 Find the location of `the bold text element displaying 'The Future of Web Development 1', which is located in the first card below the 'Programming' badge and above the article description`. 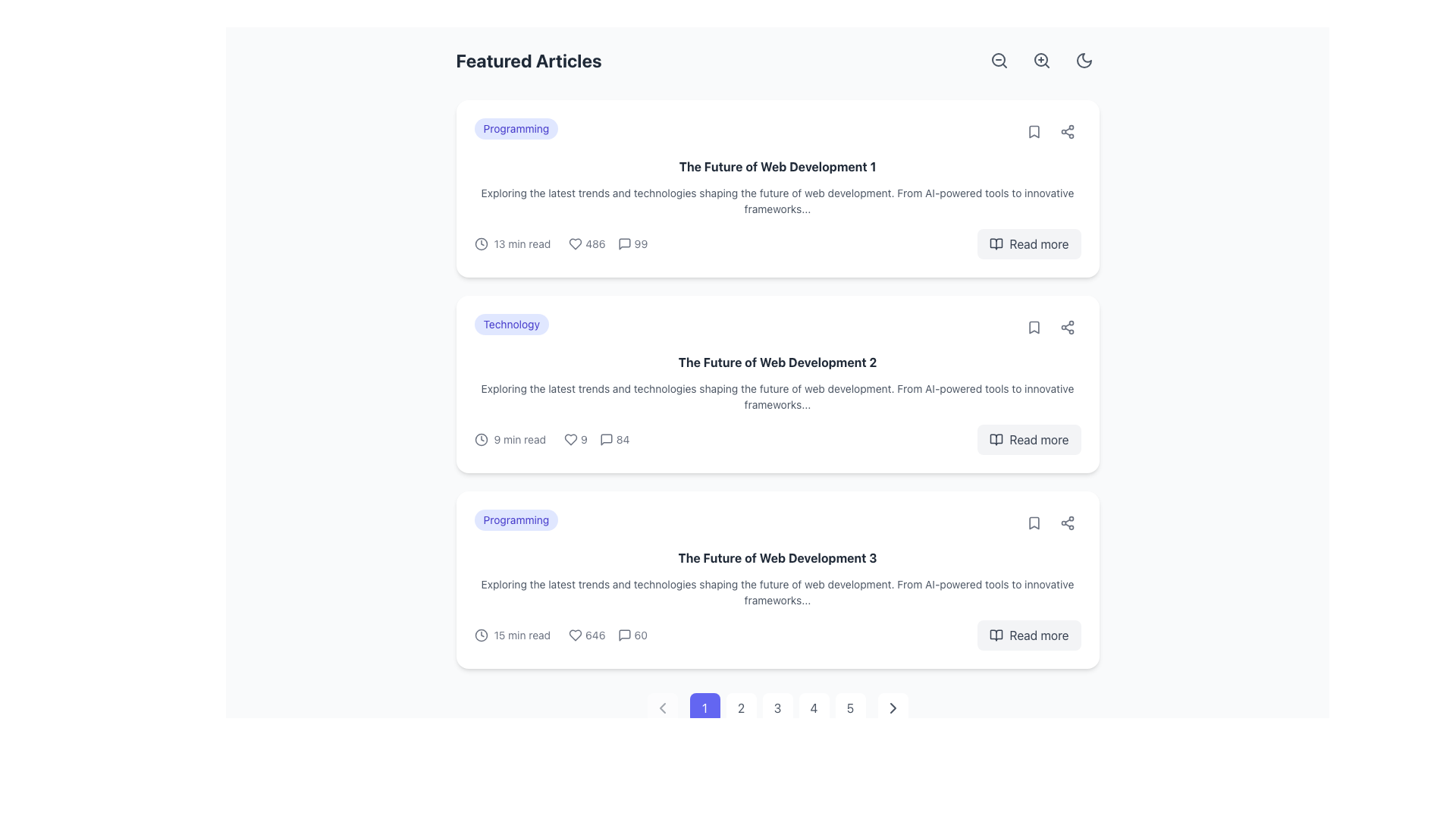

the bold text element displaying 'The Future of Web Development 1', which is located in the first card below the 'Programming' badge and above the article description is located at coordinates (777, 166).